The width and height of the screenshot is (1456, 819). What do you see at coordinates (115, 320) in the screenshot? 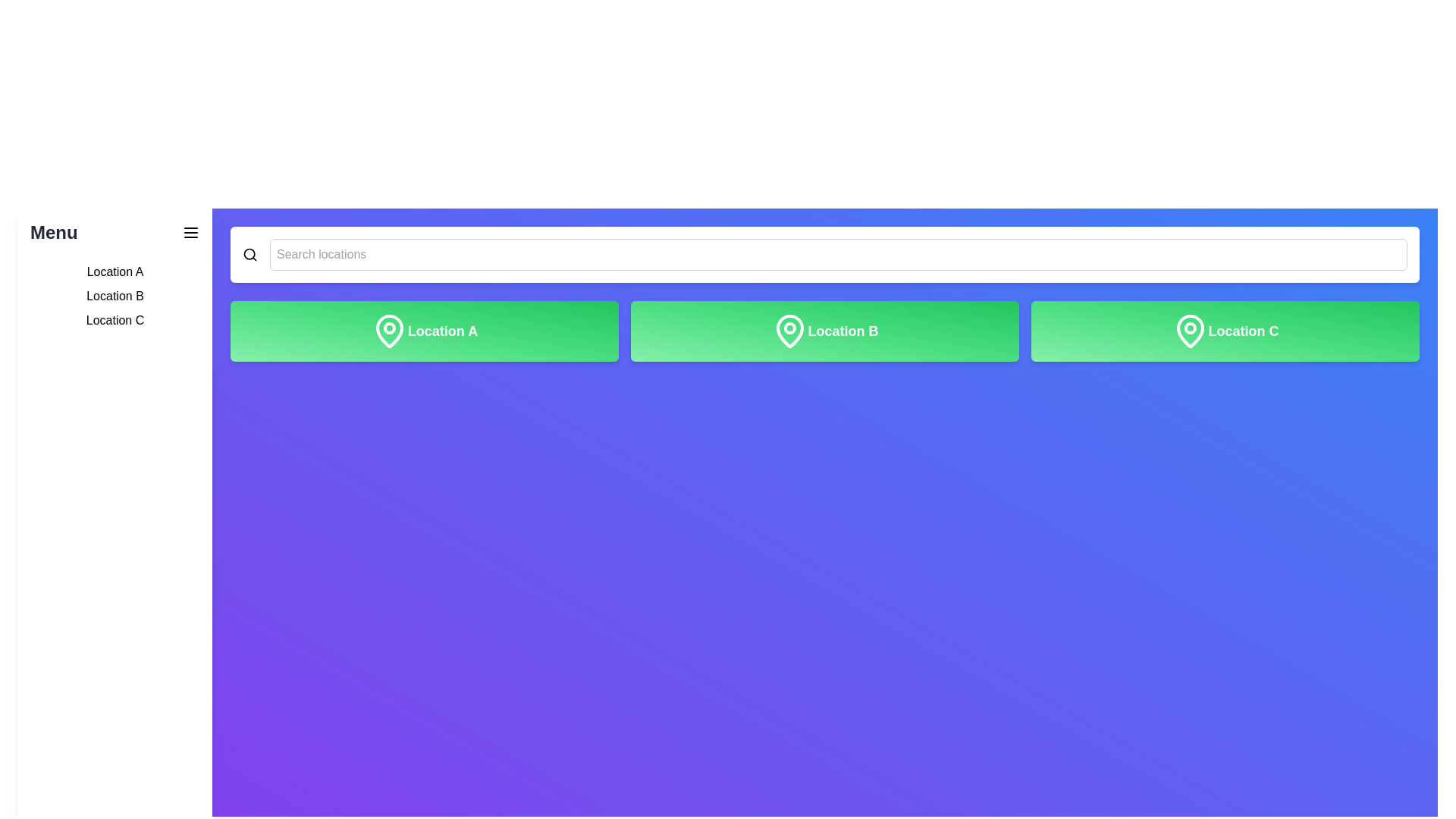
I see `the third item in the left sidebar menu labeled 'Location C'` at bounding box center [115, 320].